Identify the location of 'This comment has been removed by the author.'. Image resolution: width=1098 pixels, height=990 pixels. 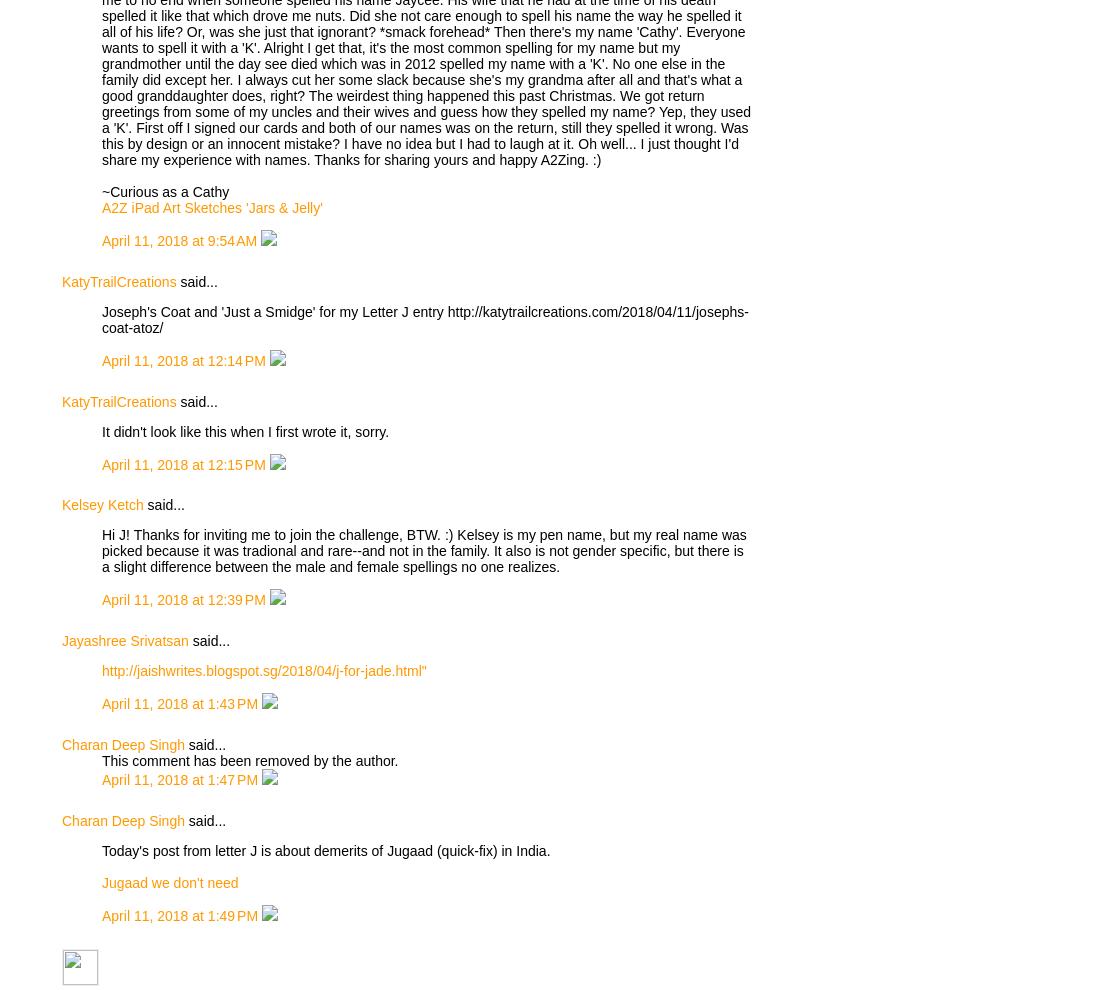
(249, 761).